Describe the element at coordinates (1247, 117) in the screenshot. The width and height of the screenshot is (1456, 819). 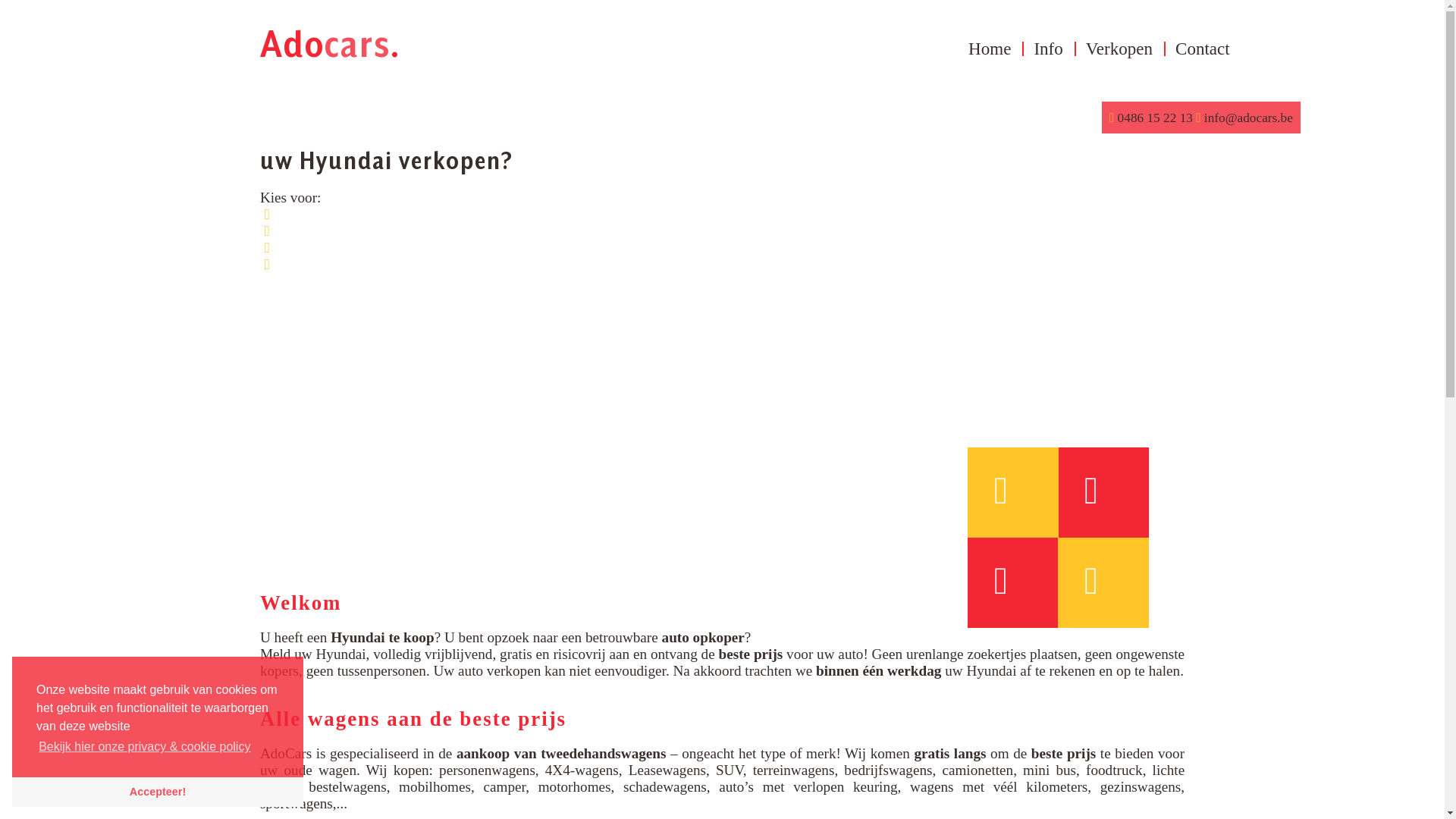
I see `'info@adocars.be'` at that location.